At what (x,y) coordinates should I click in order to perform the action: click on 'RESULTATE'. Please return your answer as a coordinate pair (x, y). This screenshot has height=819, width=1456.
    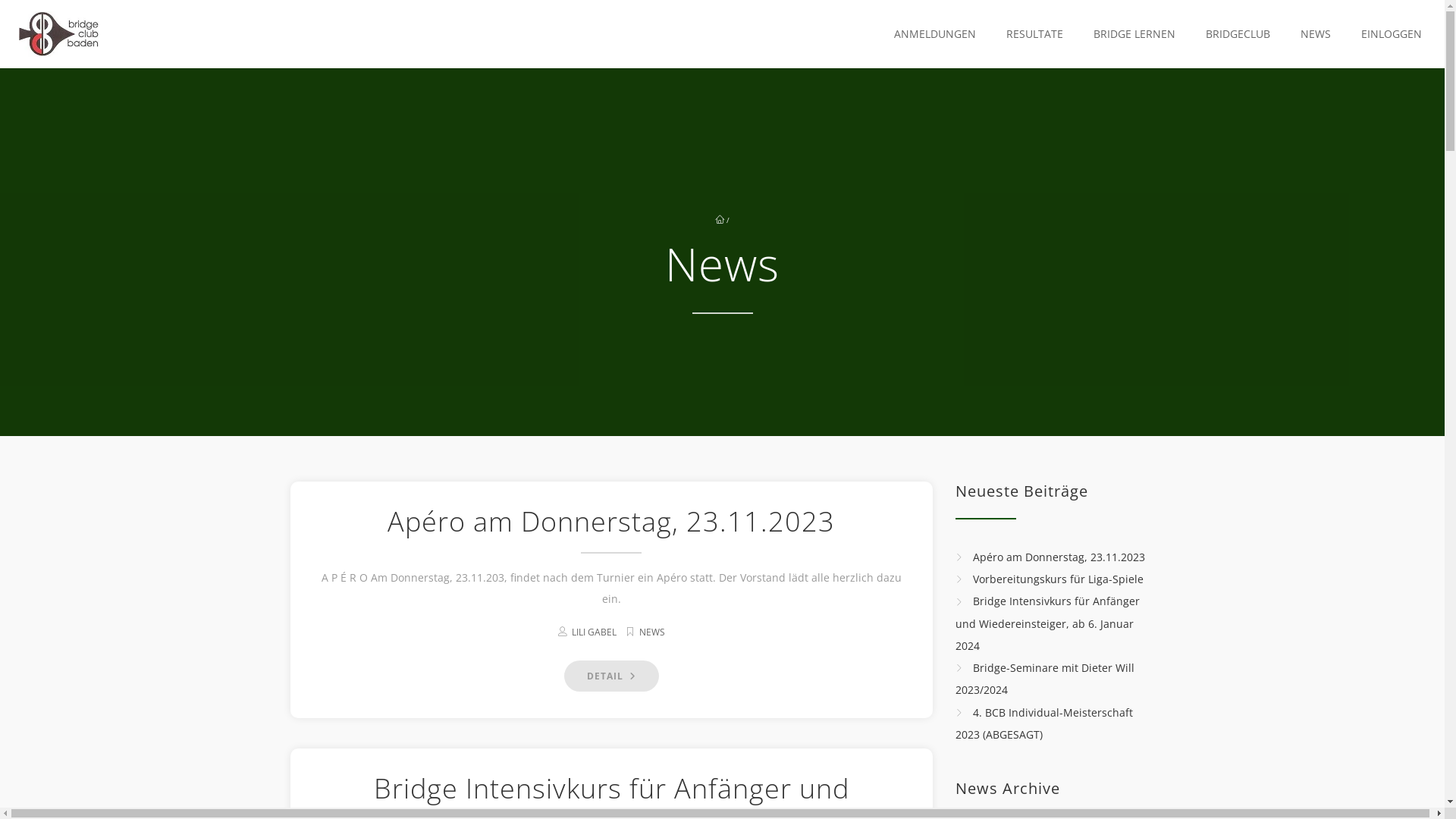
    Looking at the image, I should click on (1031, 34).